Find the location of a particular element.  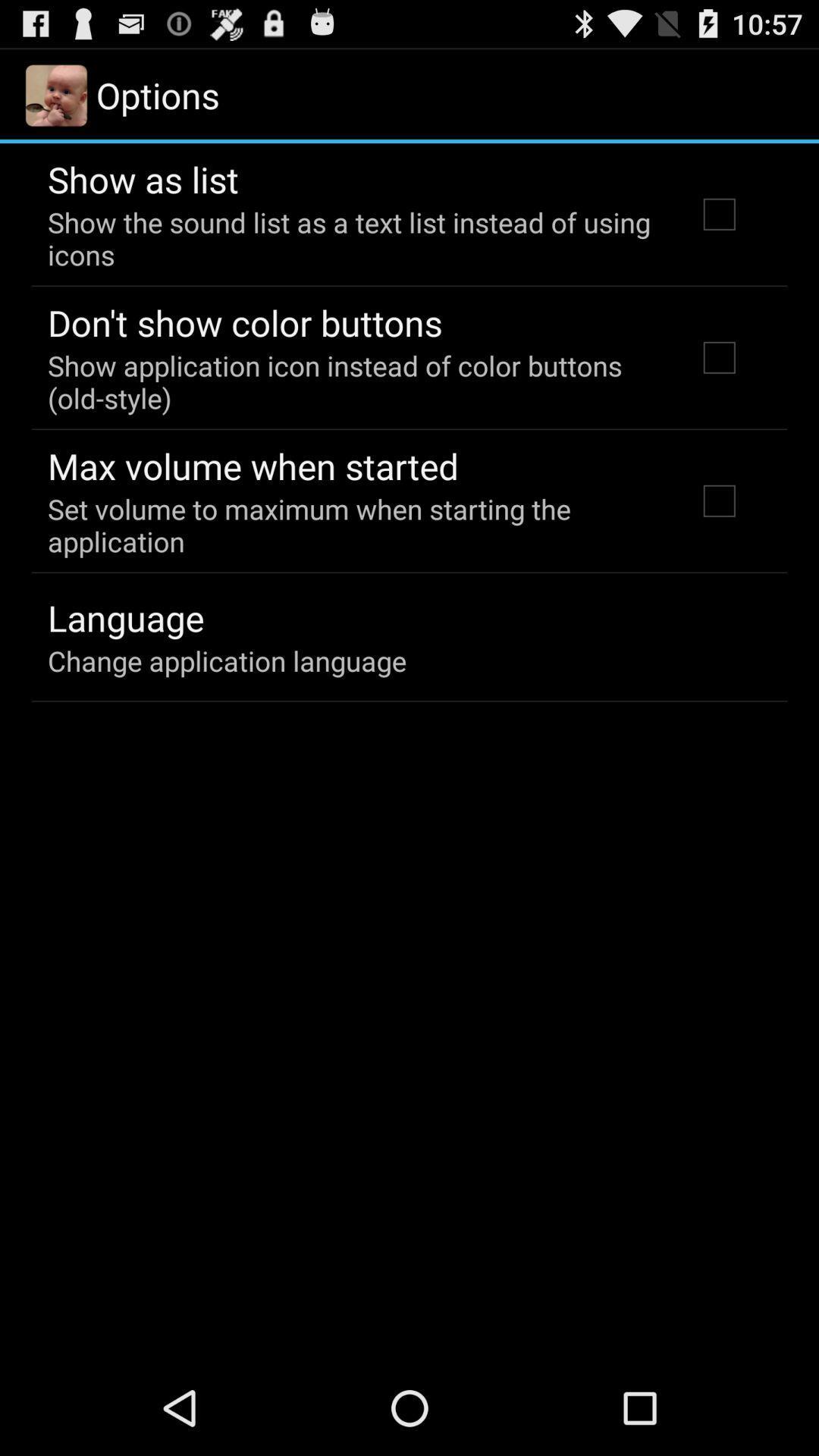

the don t show app is located at coordinates (244, 322).